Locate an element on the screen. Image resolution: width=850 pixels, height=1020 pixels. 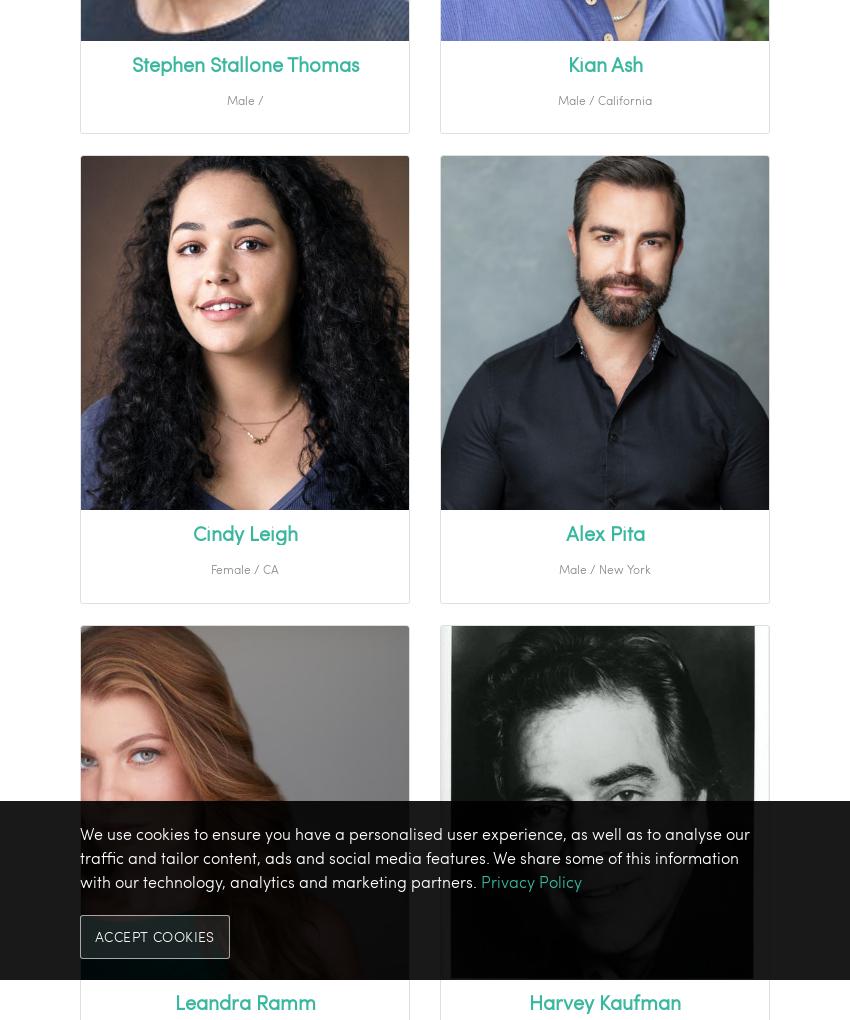
'New York' is located at coordinates (624, 568).